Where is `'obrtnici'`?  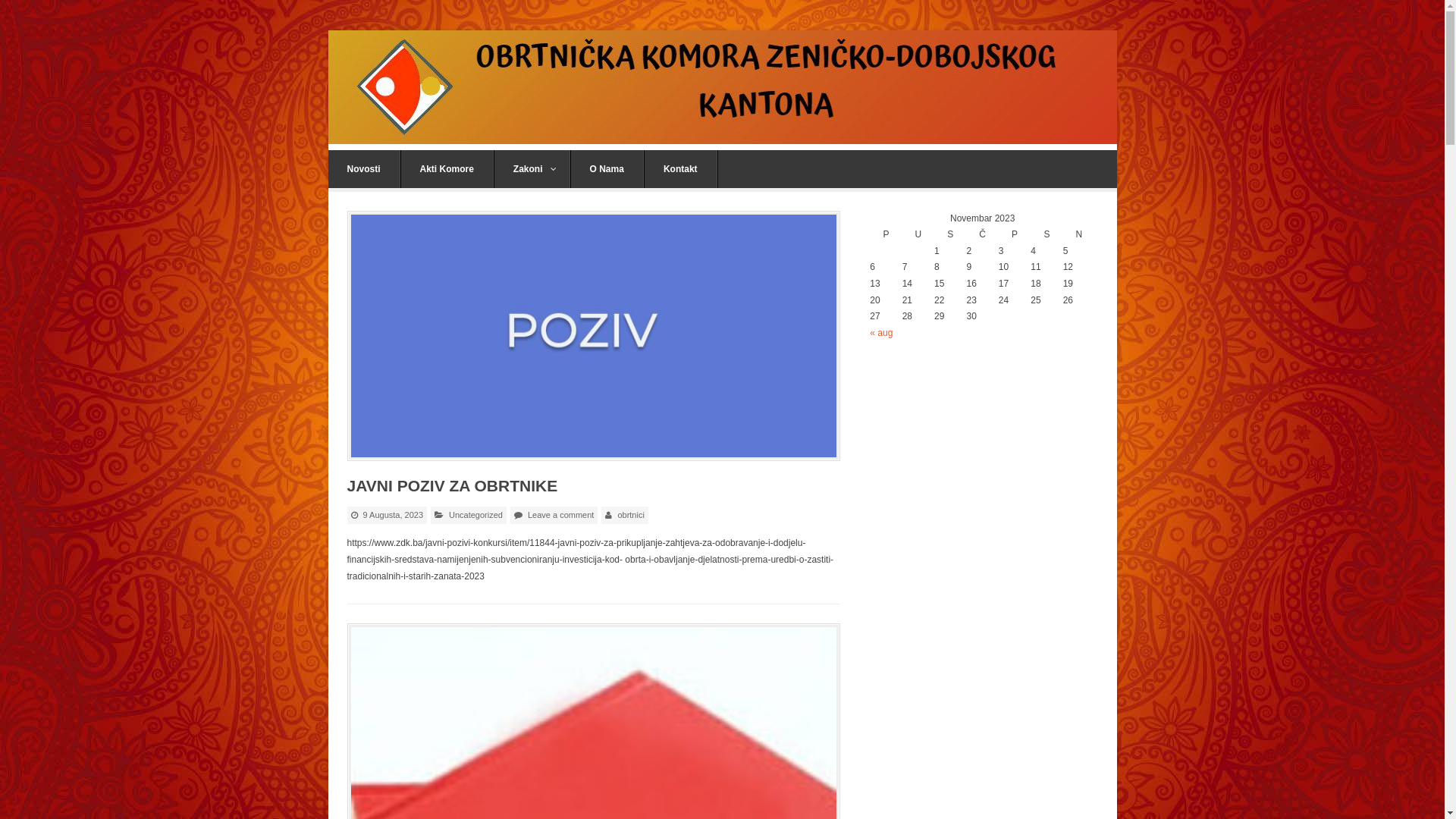
'obrtnici' is located at coordinates (630, 513).